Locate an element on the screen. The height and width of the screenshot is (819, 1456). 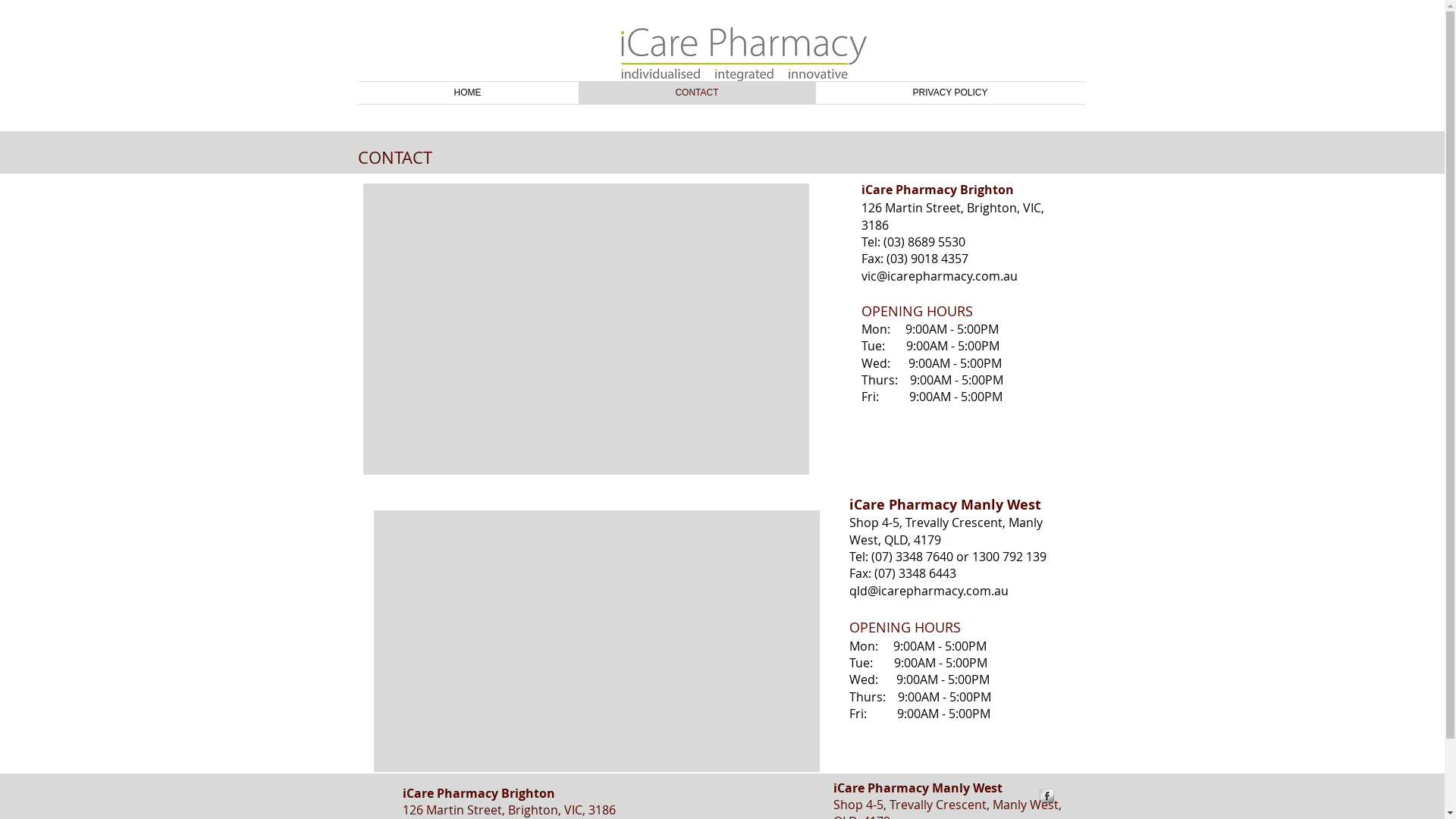
'CONTACT' is located at coordinates (695, 93).